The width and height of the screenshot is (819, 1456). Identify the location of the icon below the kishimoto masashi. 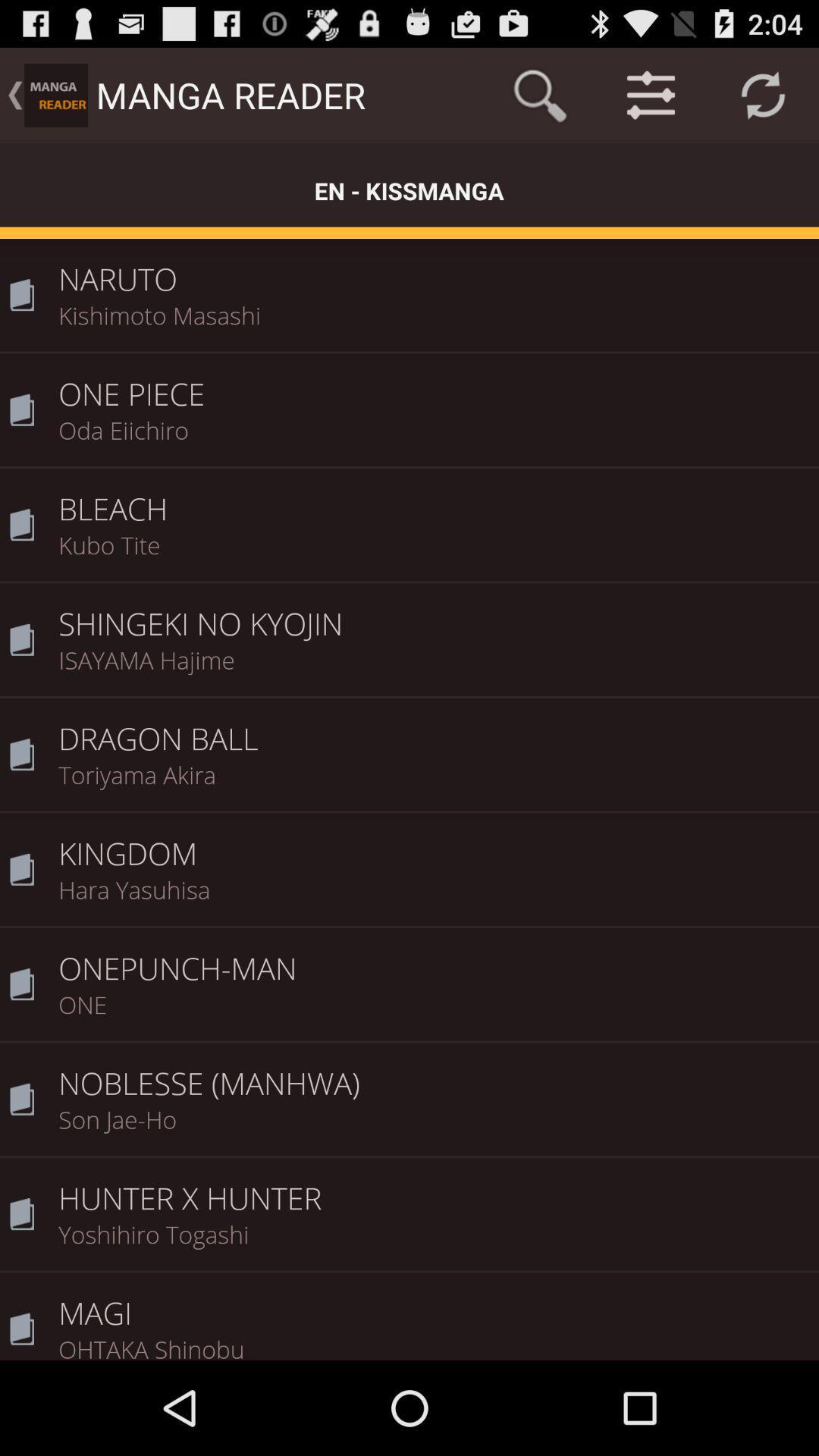
(433, 384).